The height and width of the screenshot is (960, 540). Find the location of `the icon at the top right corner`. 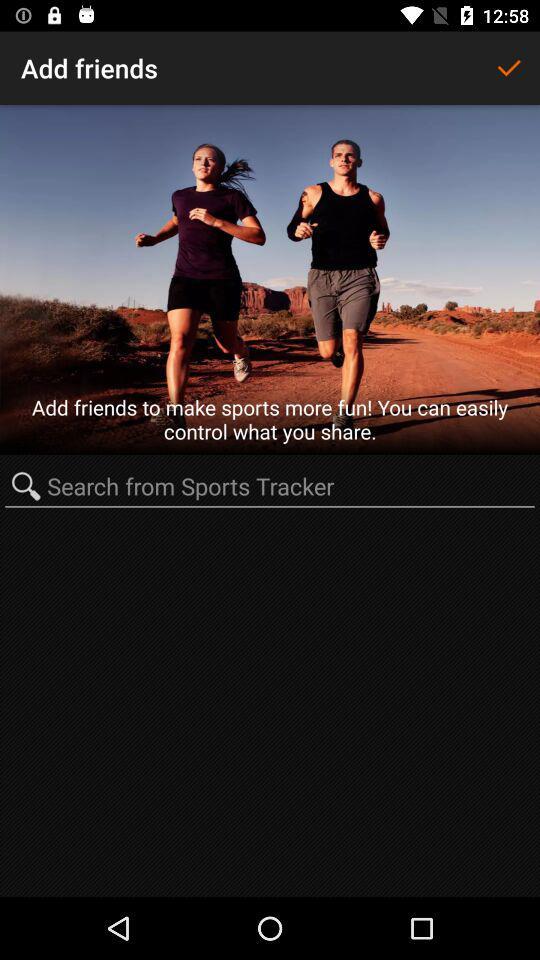

the icon at the top right corner is located at coordinates (508, 68).